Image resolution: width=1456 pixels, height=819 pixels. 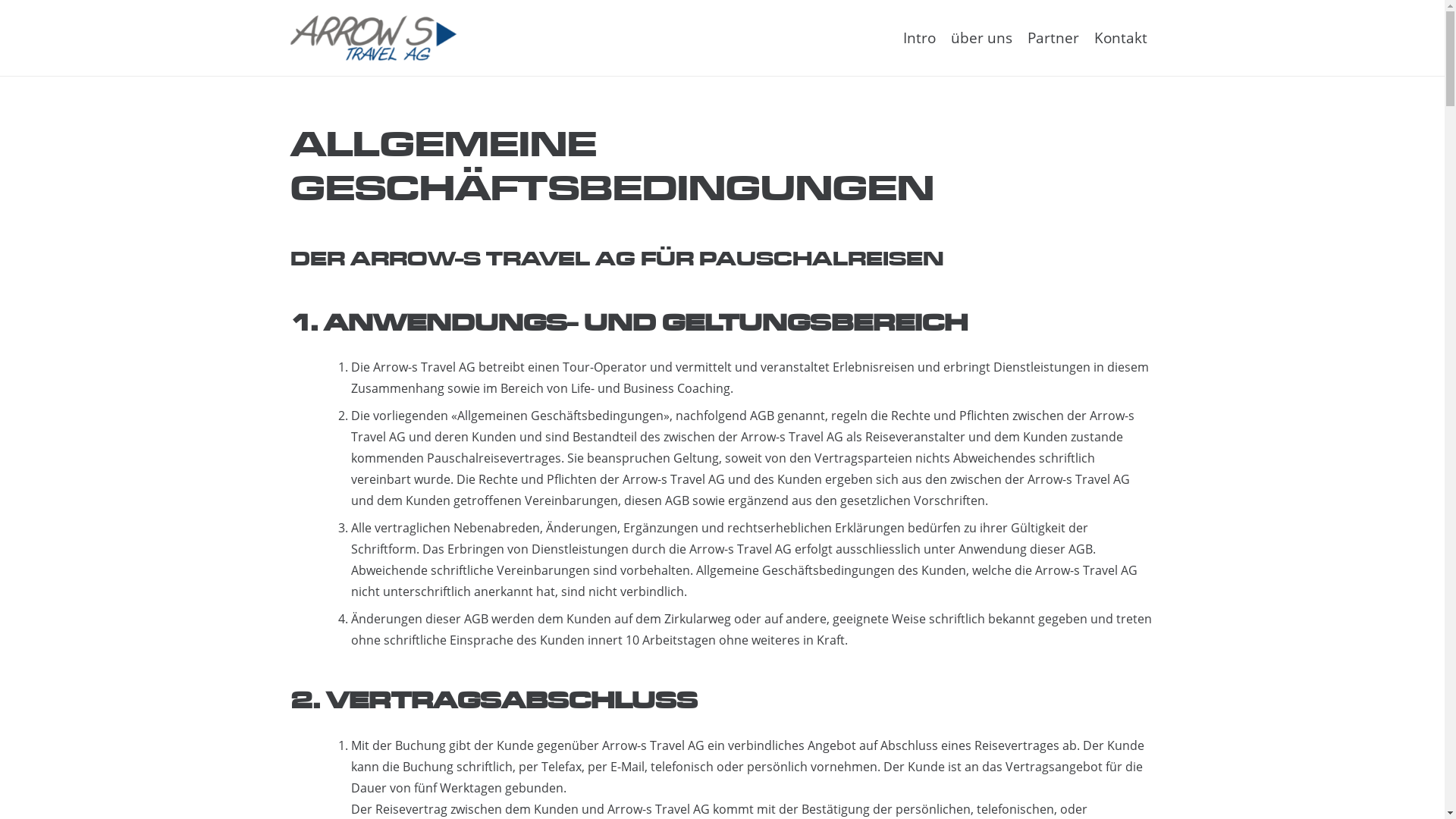 What do you see at coordinates (1051, 37) in the screenshot?
I see `'Partner'` at bounding box center [1051, 37].